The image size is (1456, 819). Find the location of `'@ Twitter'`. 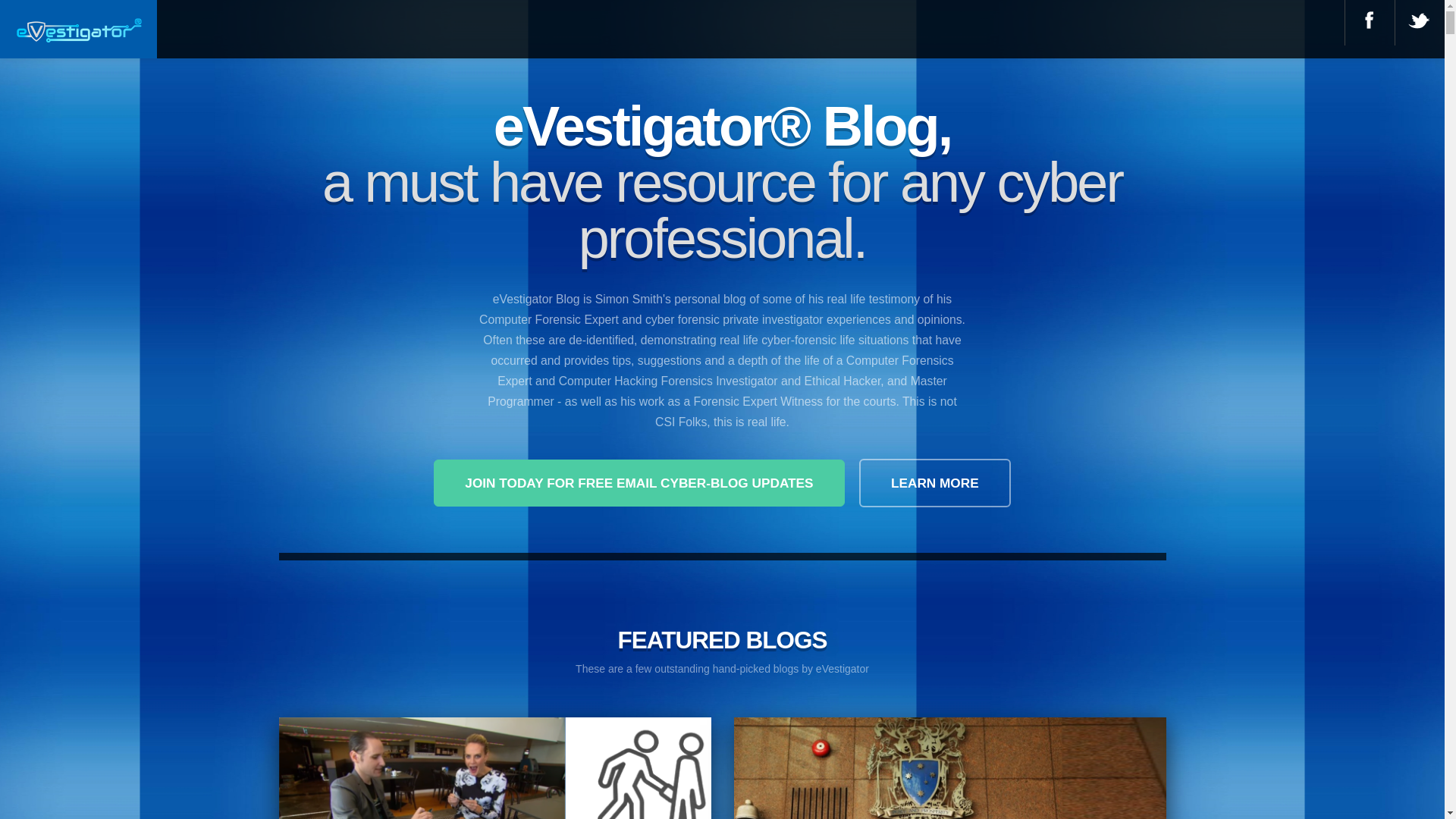

'@ Twitter' is located at coordinates (1415, 20).